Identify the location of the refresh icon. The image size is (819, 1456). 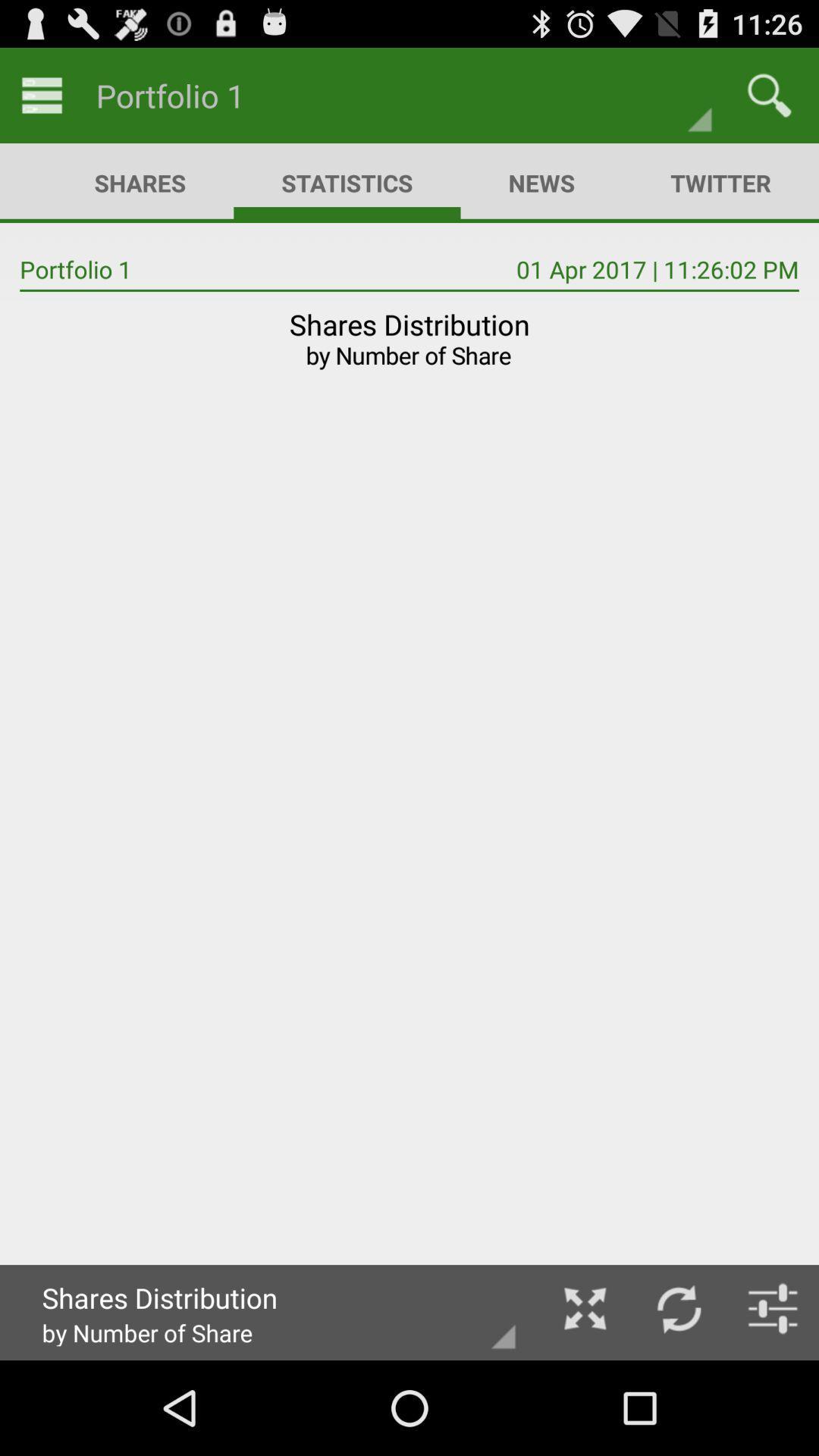
(678, 1400).